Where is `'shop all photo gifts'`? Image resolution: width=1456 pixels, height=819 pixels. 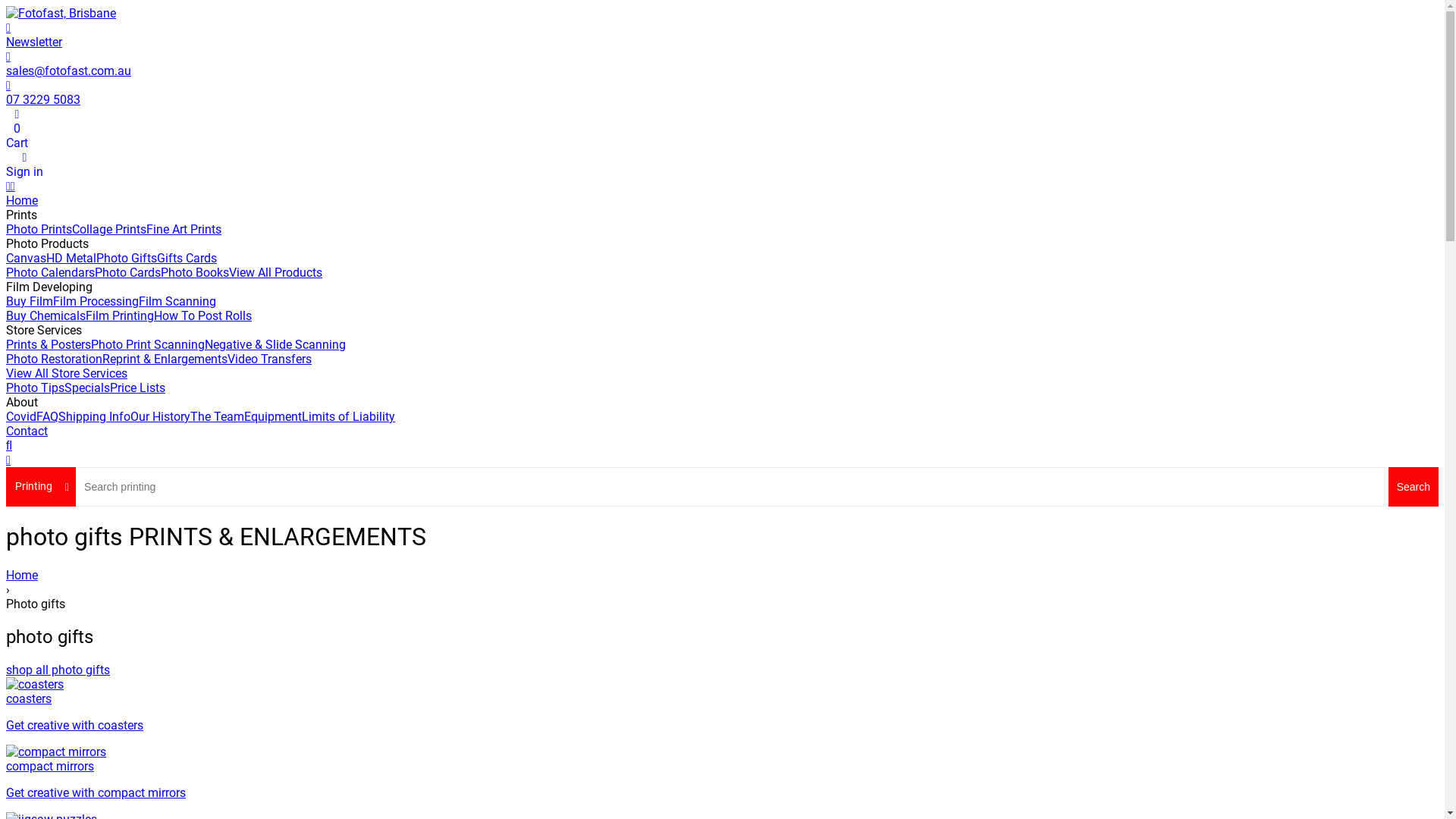
'shop all photo gifts' is located at coordinates (58, 669).